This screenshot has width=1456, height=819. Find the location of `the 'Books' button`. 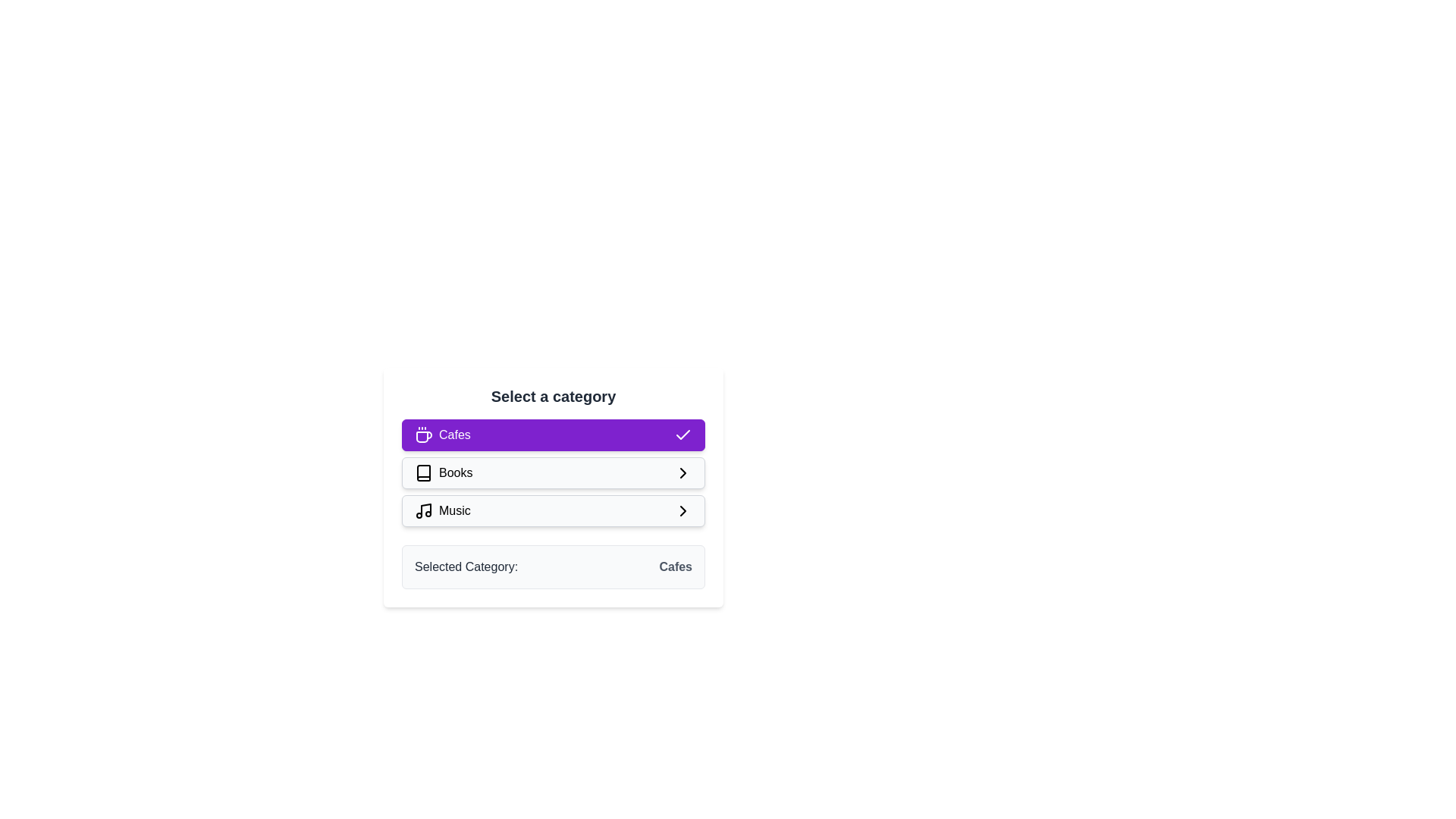

the 'Books' button is located at coordinates (552, 488).